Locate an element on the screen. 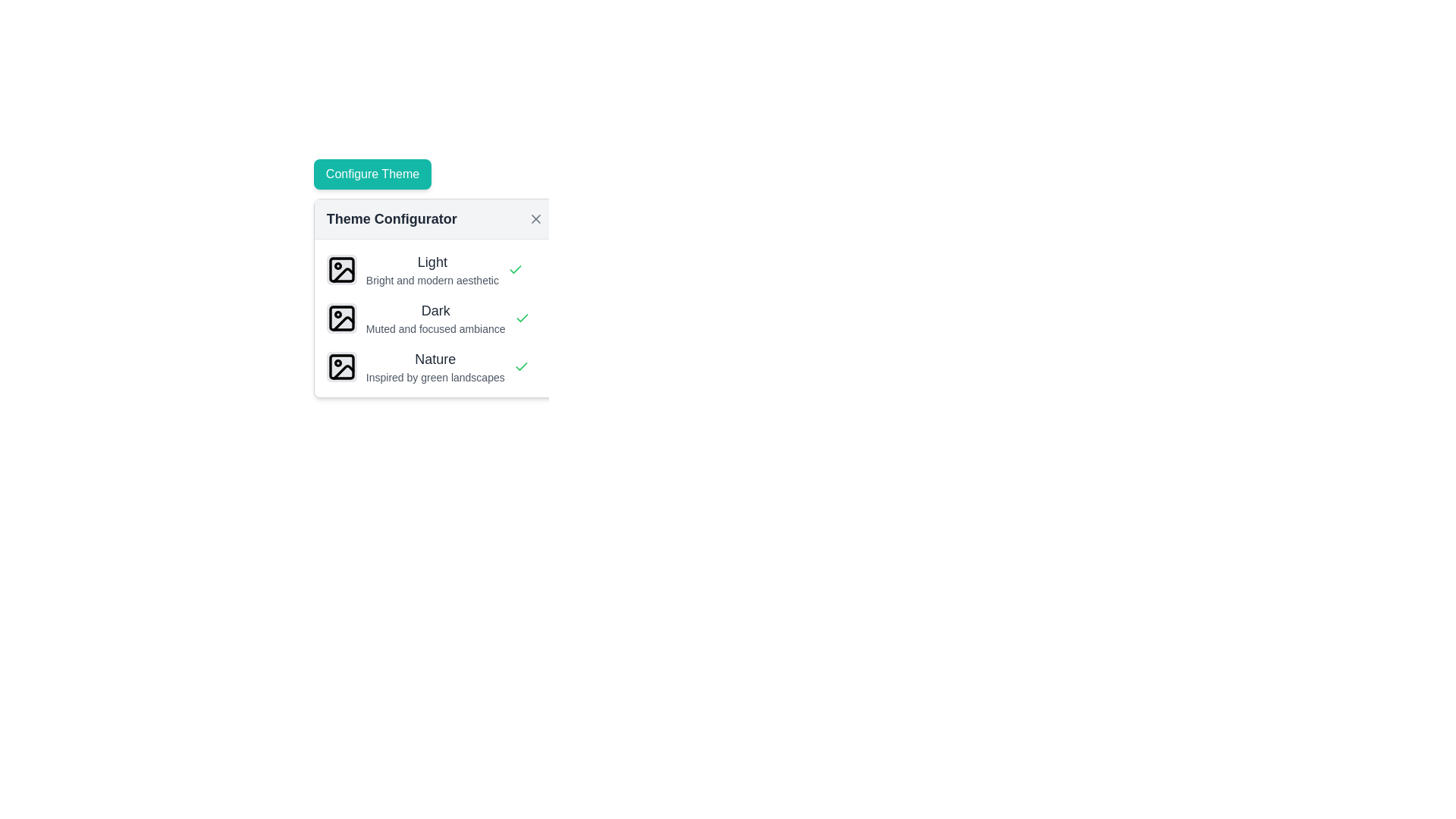 The image size is (1456, 819). the Text element titled 'Light' with subtitle 'Bright and modern aesthetic', which is positioned in the 'Theme Configurator' section, to the right of an icon placeholder is located at coordinates (431, 268).